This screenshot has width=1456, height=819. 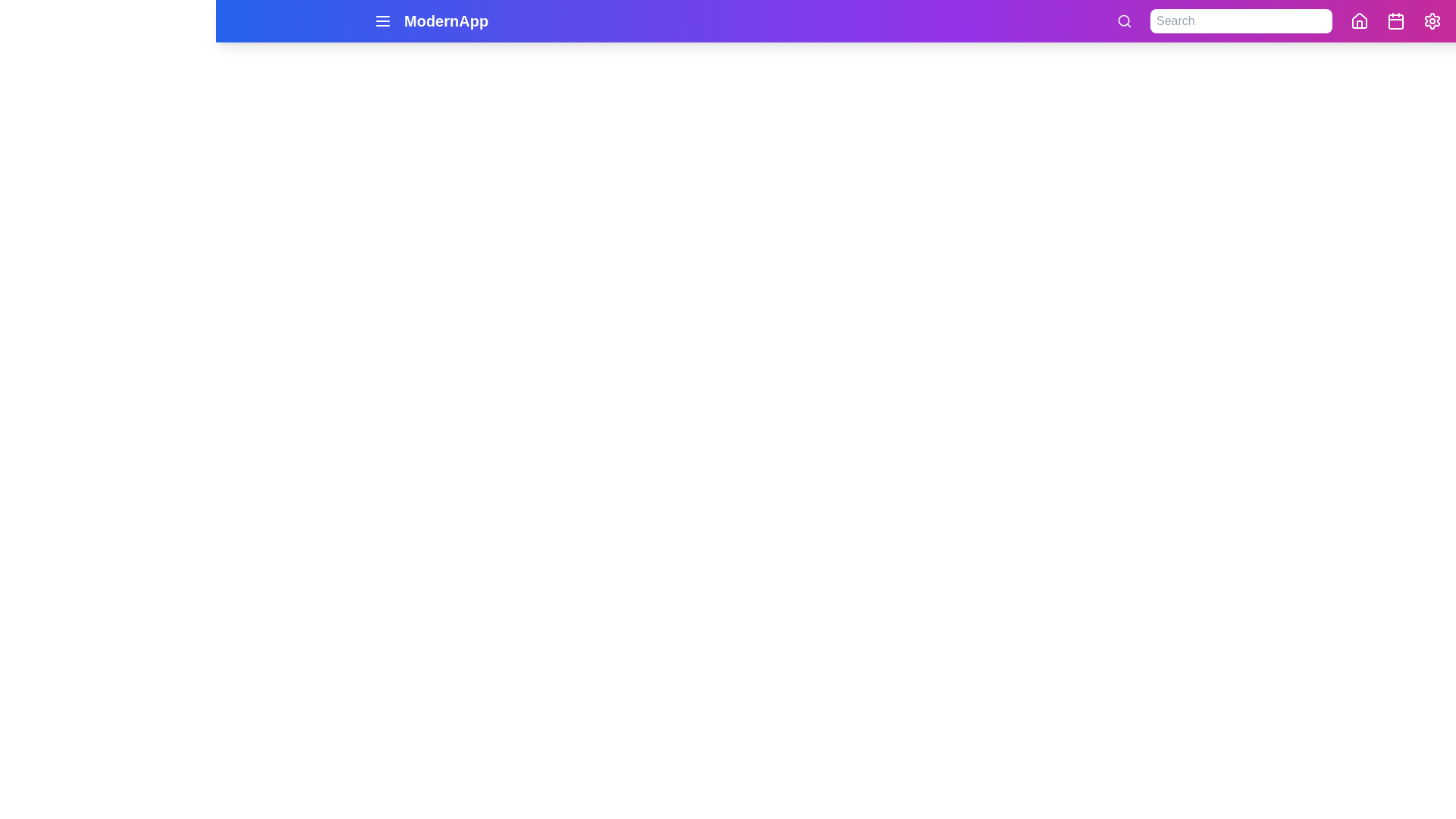 I want to click on the settings icon located in the top-right corner of the interface, which is part of a toolbar and follows a house icon and a calendar icon, so click(x=1432, y=20).